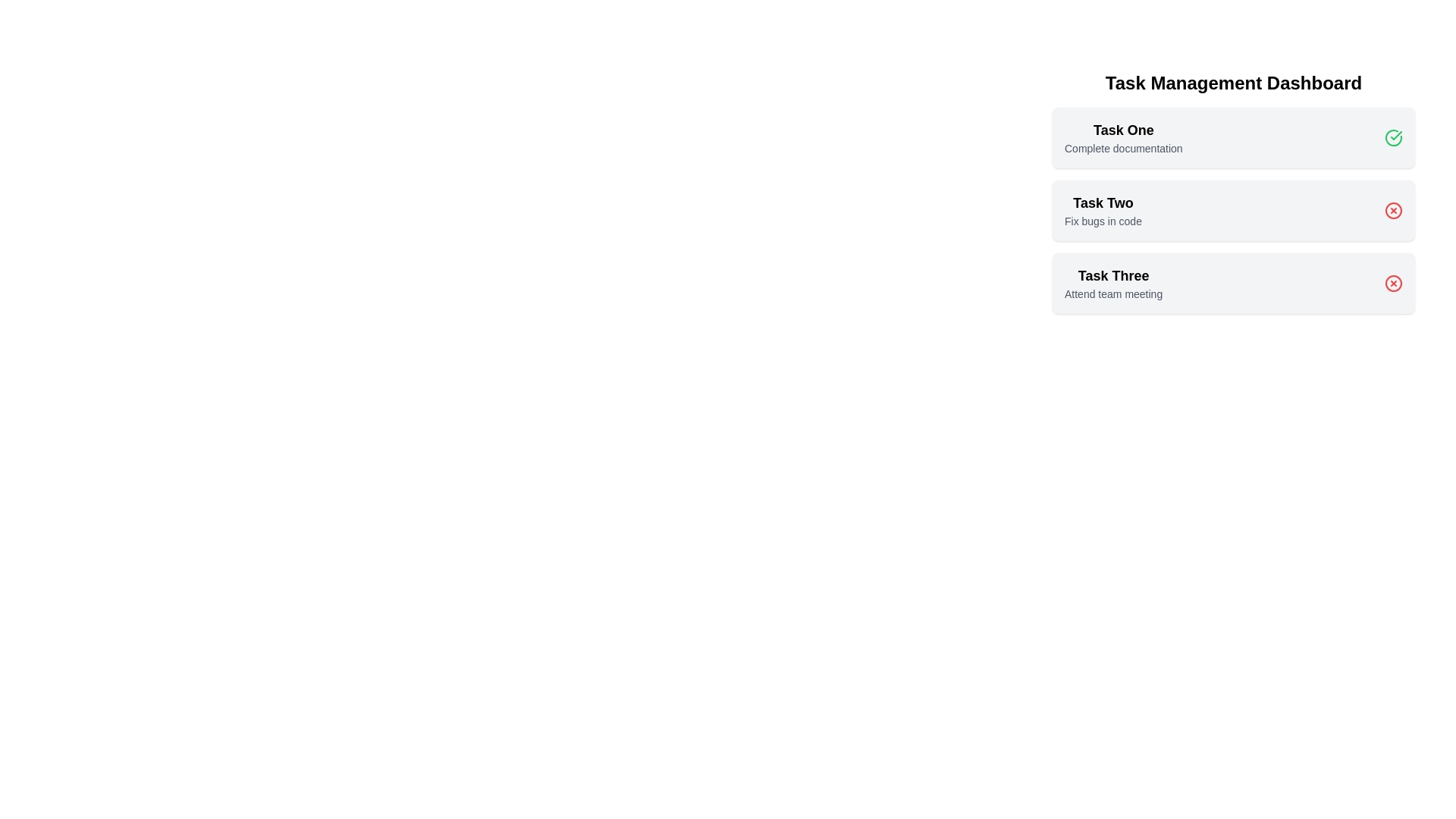 The image size is (1456, 819). What do you see at coordinates (1394, 210) in the screenshot?
I see `the cross icon for the task titled Task Two` at bounding box center [1394, 210].